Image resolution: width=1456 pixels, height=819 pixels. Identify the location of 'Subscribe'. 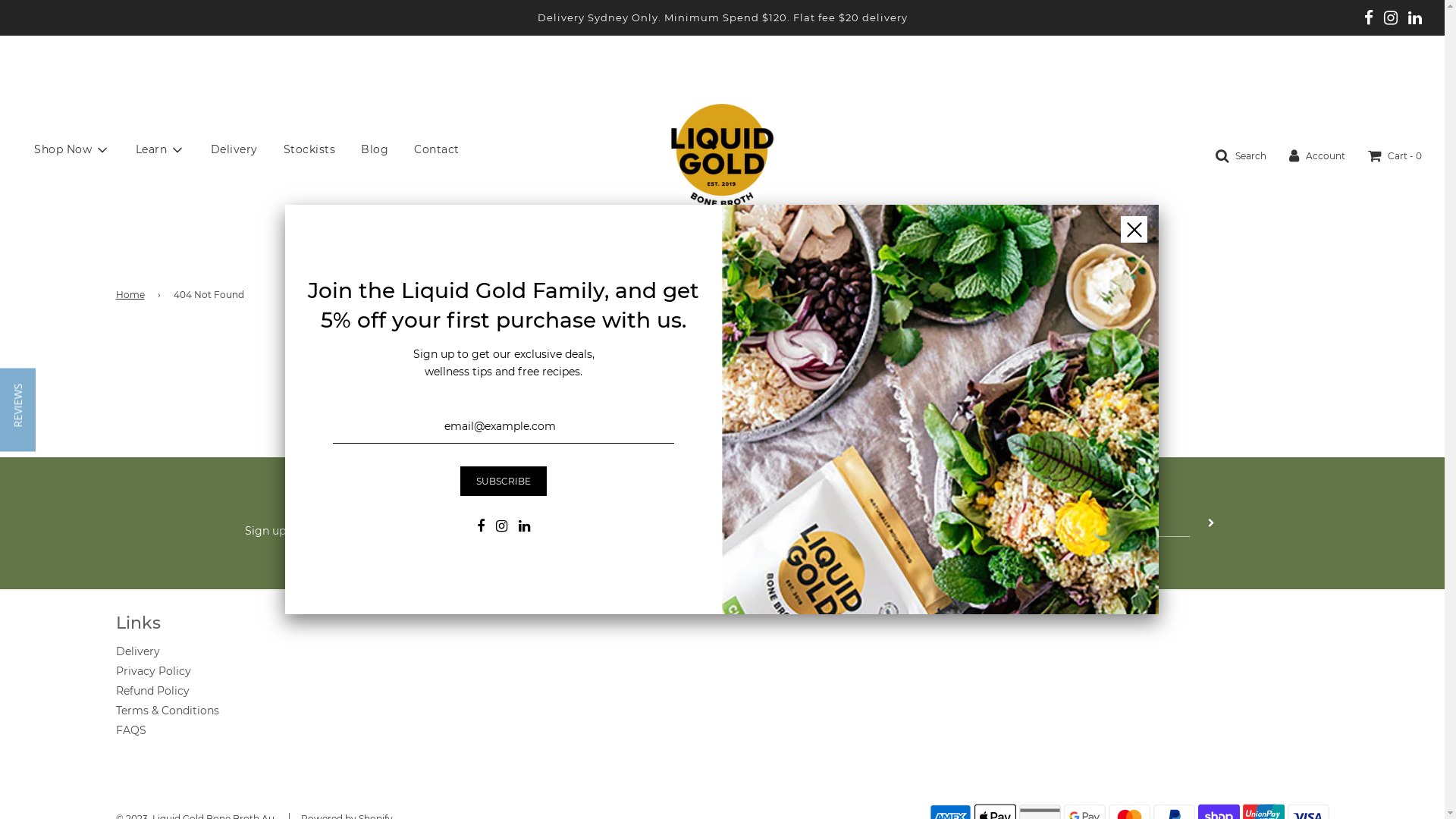
(503, 481).